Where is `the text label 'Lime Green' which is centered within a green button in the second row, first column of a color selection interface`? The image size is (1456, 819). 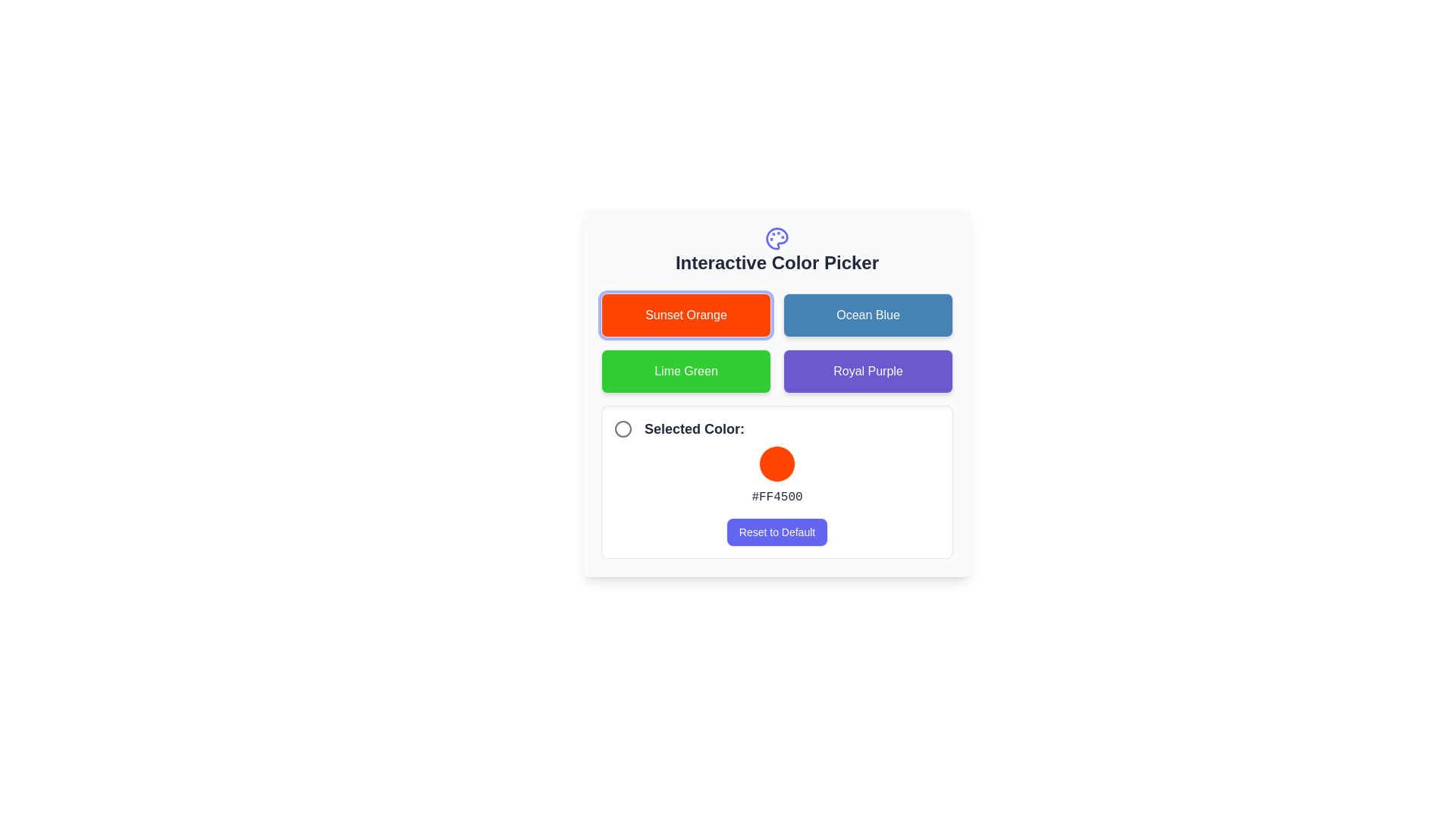
the text label 'Lime Green' which is centered within a green button in the second row, first column of a color selection interface is located at coordinates (686, 371).